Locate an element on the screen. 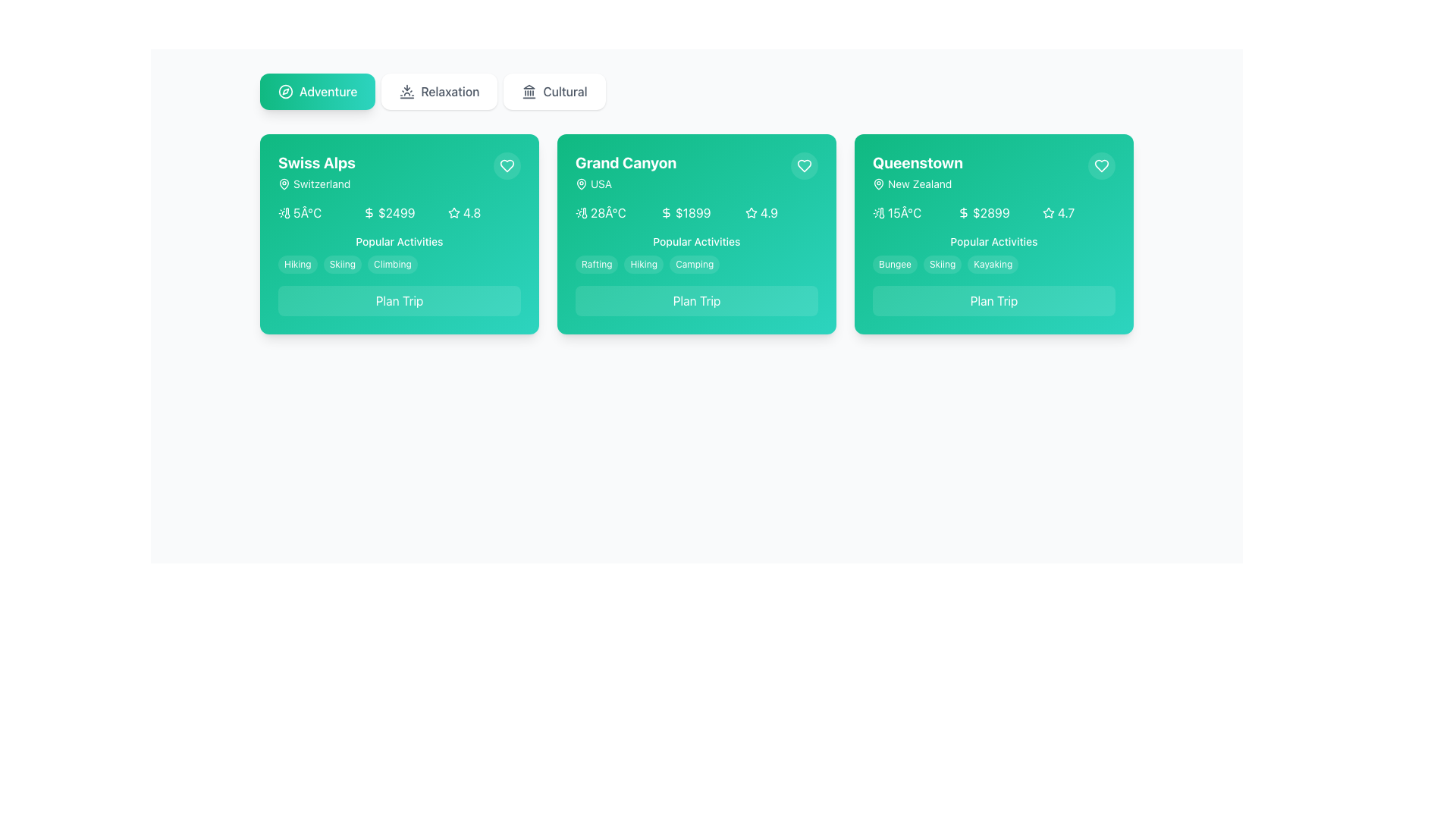 This screenshot has width=1456, height=819. pricing information displayed in the first card from the left, which shows a monetary value of $2499, located centrally under the temperature indicator is located at coordinates (400, 213).